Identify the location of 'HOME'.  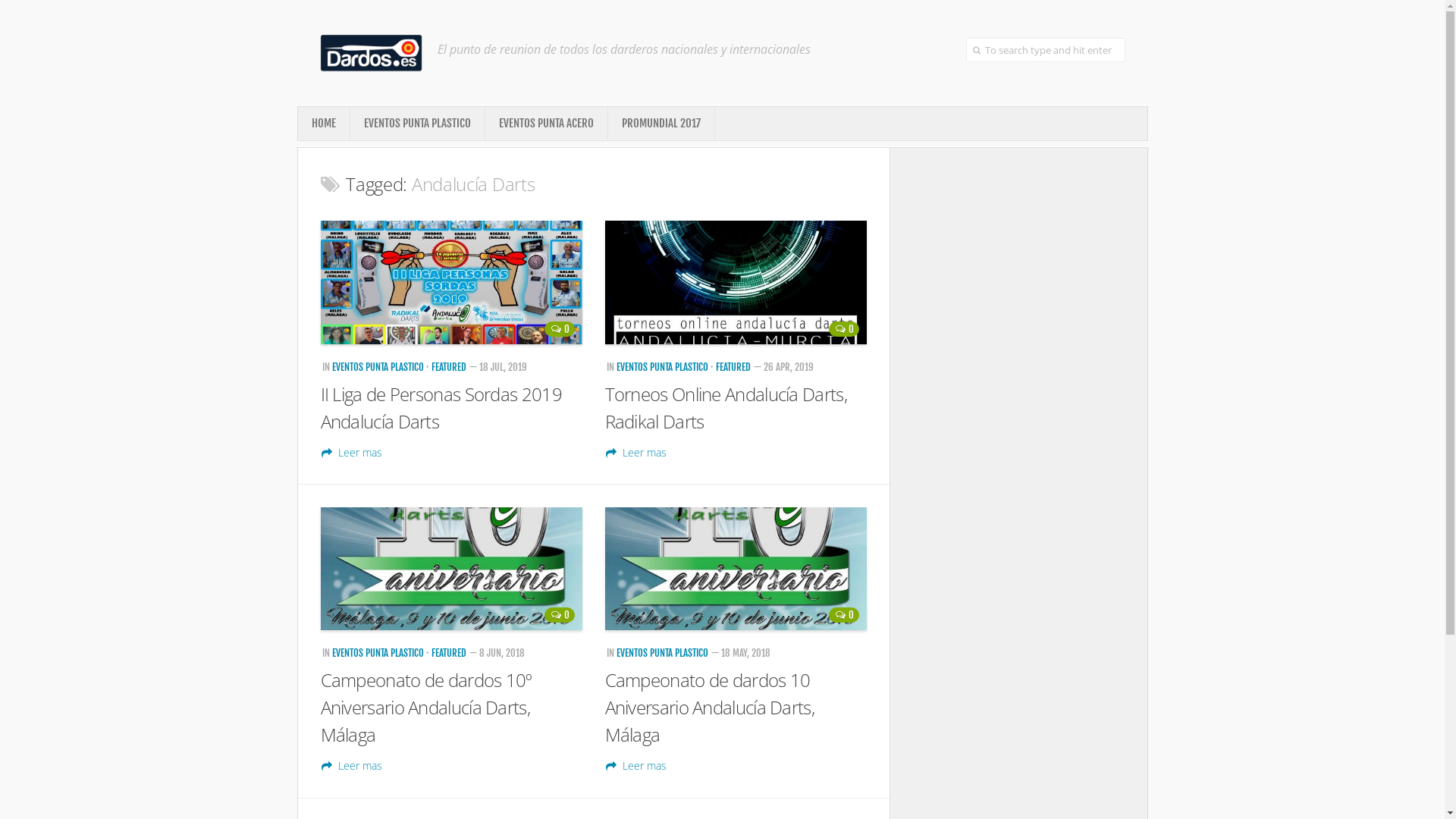
(322, 122).